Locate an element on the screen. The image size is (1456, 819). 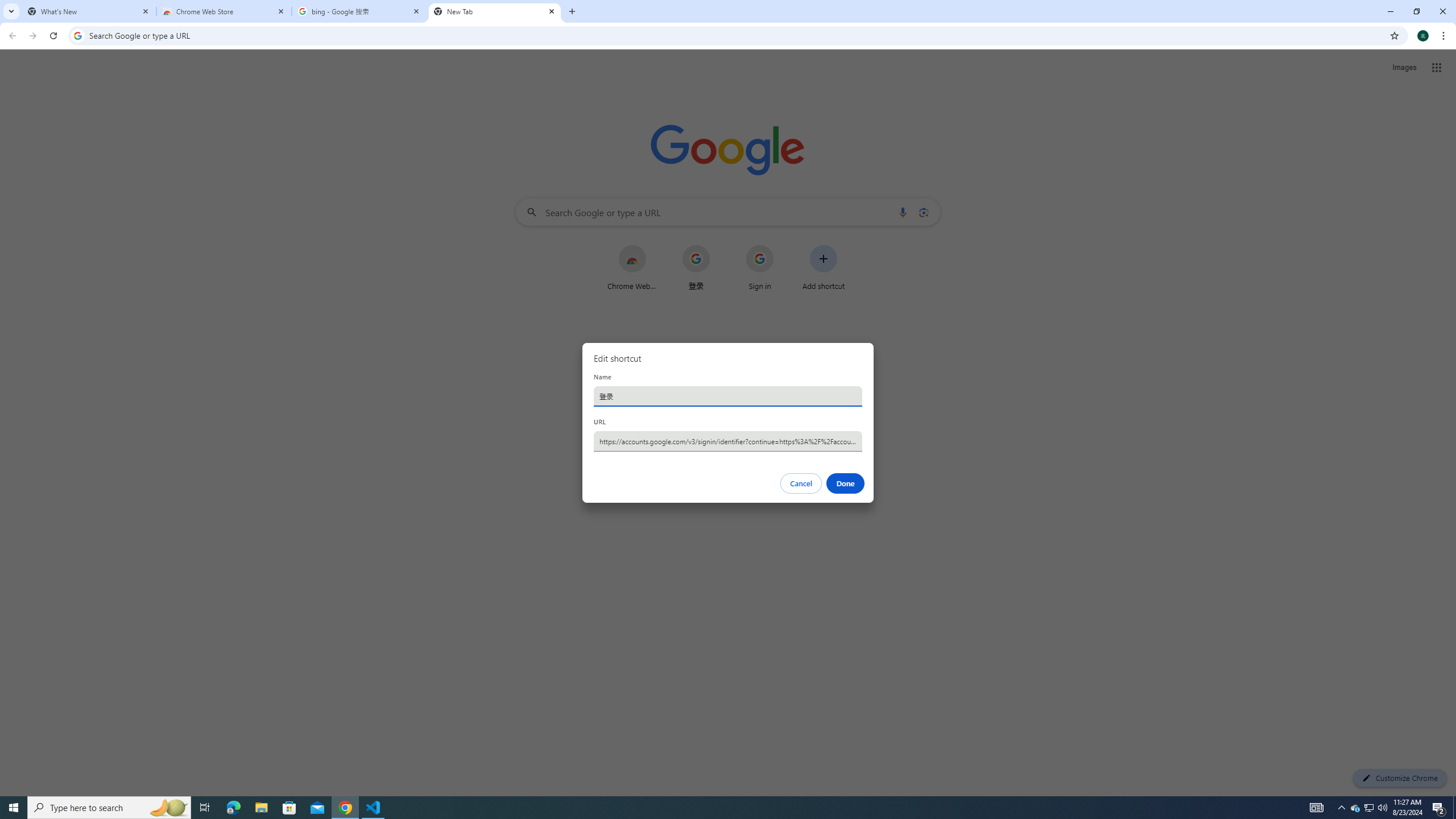
'URL' is located at coordinates (728, 440).